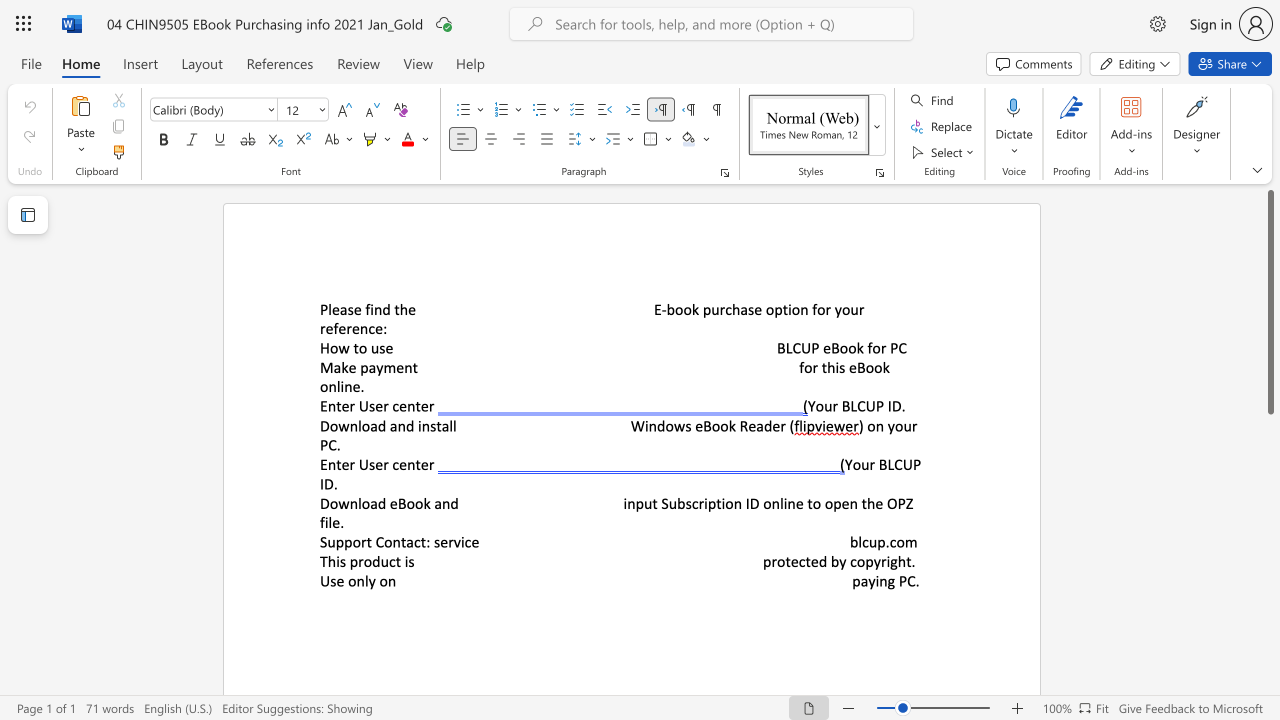 The image size is (1280, 720). What do you see at coordinates (449, 542) in the screenshot?
I see `the 2th character "r" in the text` at bounding box center [449, 542].